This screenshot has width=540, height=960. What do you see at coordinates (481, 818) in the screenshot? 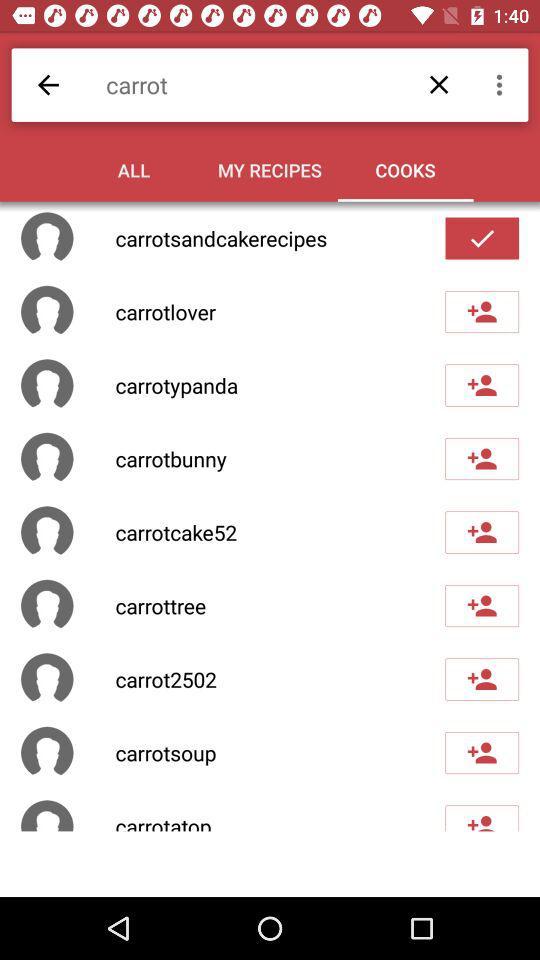
I see `friend` at bounding box center [481, 818].